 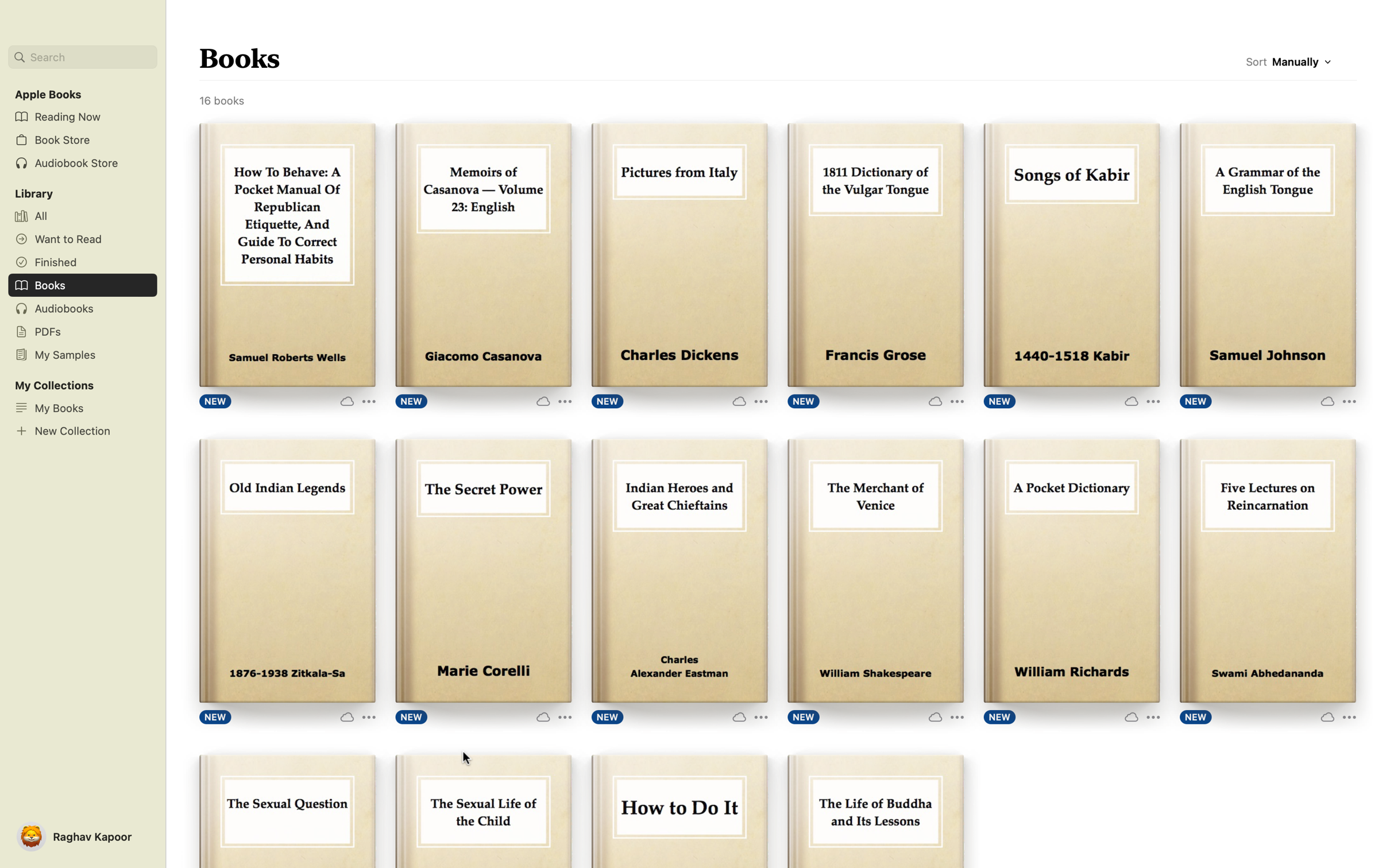 I want to click on the "More Options" button for the book "Pictures from Italy" to see additional options, so click(x=747, y=400).